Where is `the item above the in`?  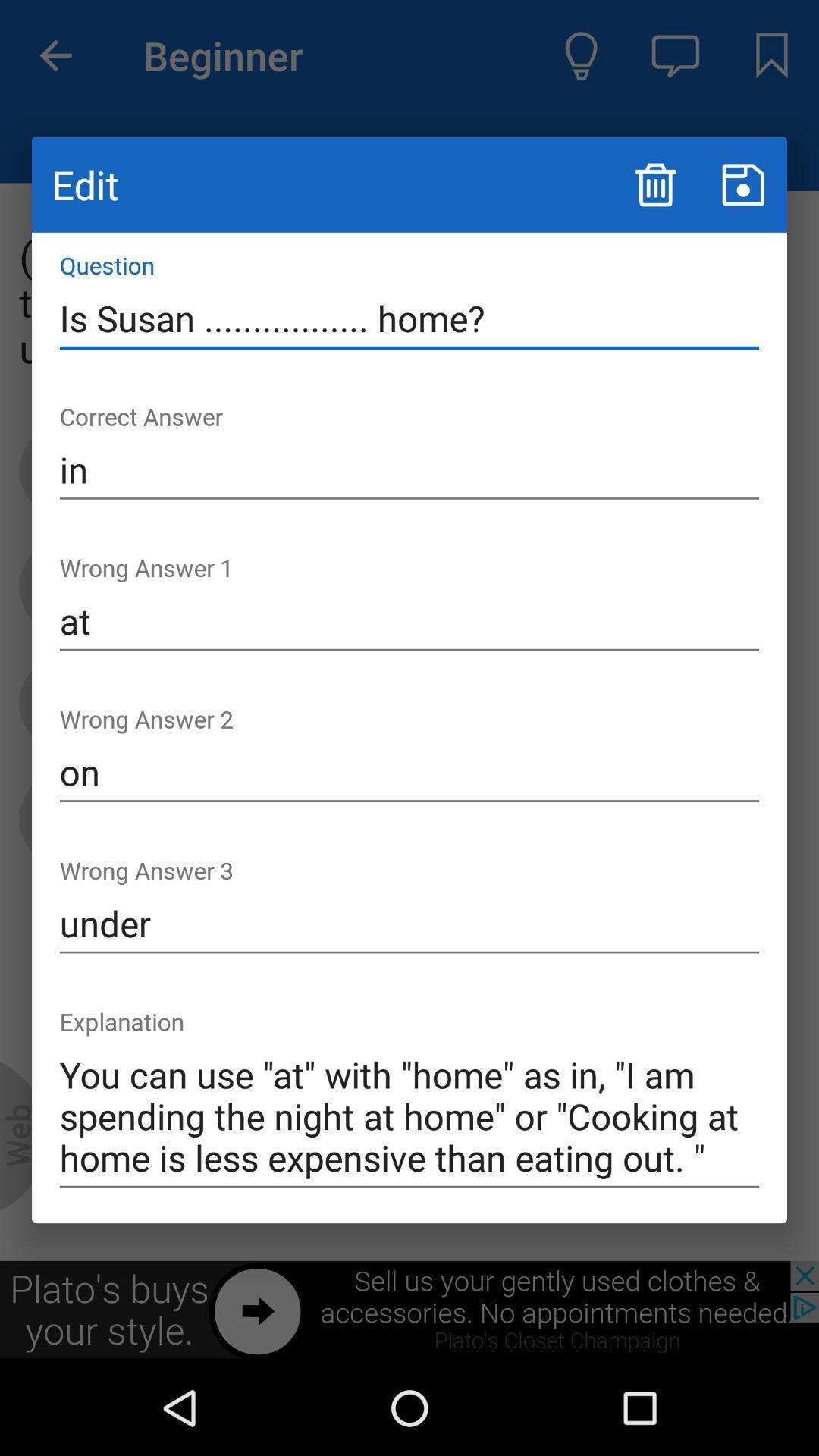
the item above the in is located at coordinates (409, 318).